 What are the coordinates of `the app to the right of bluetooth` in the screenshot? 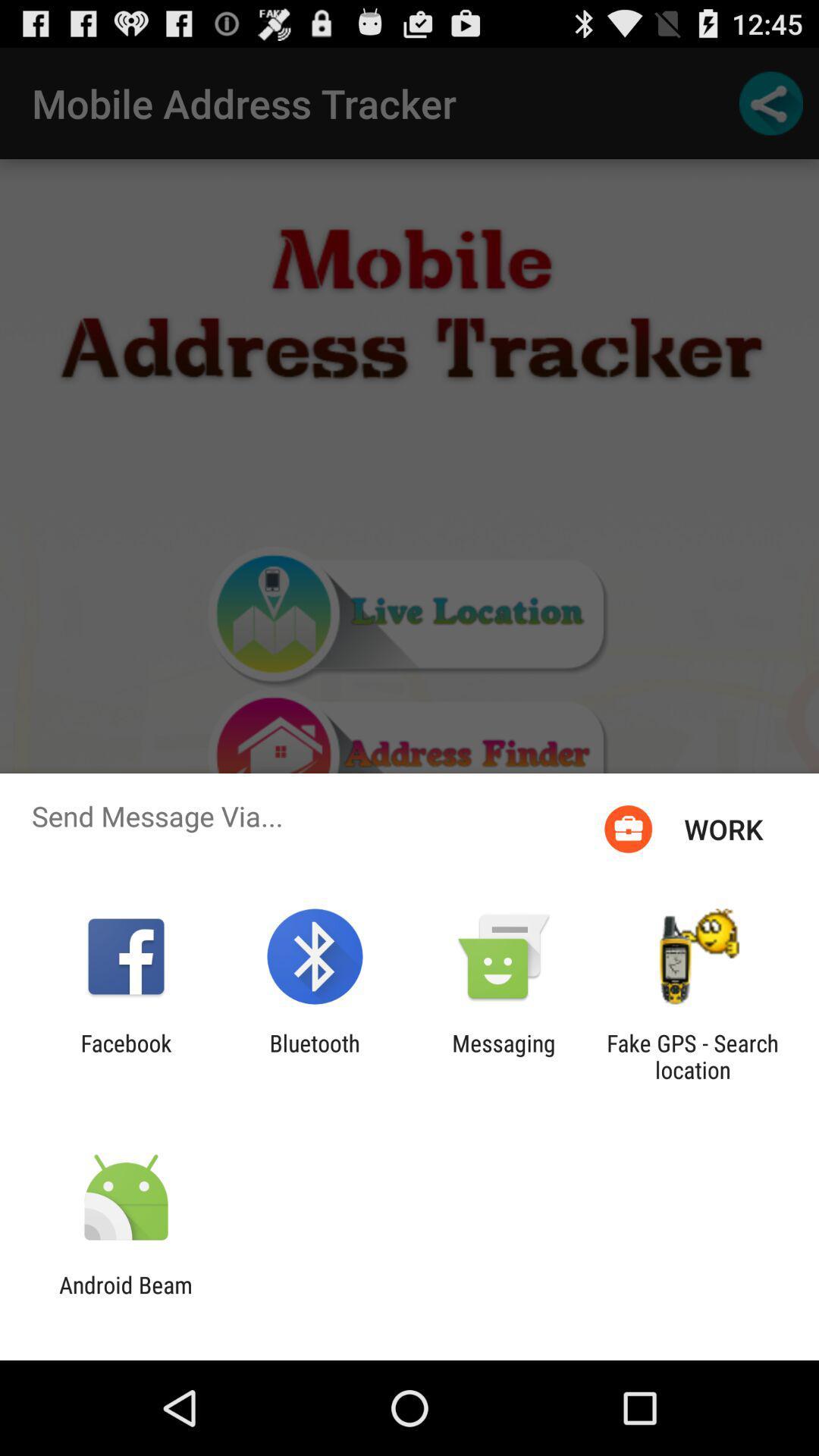 It's located at (504, 1056).